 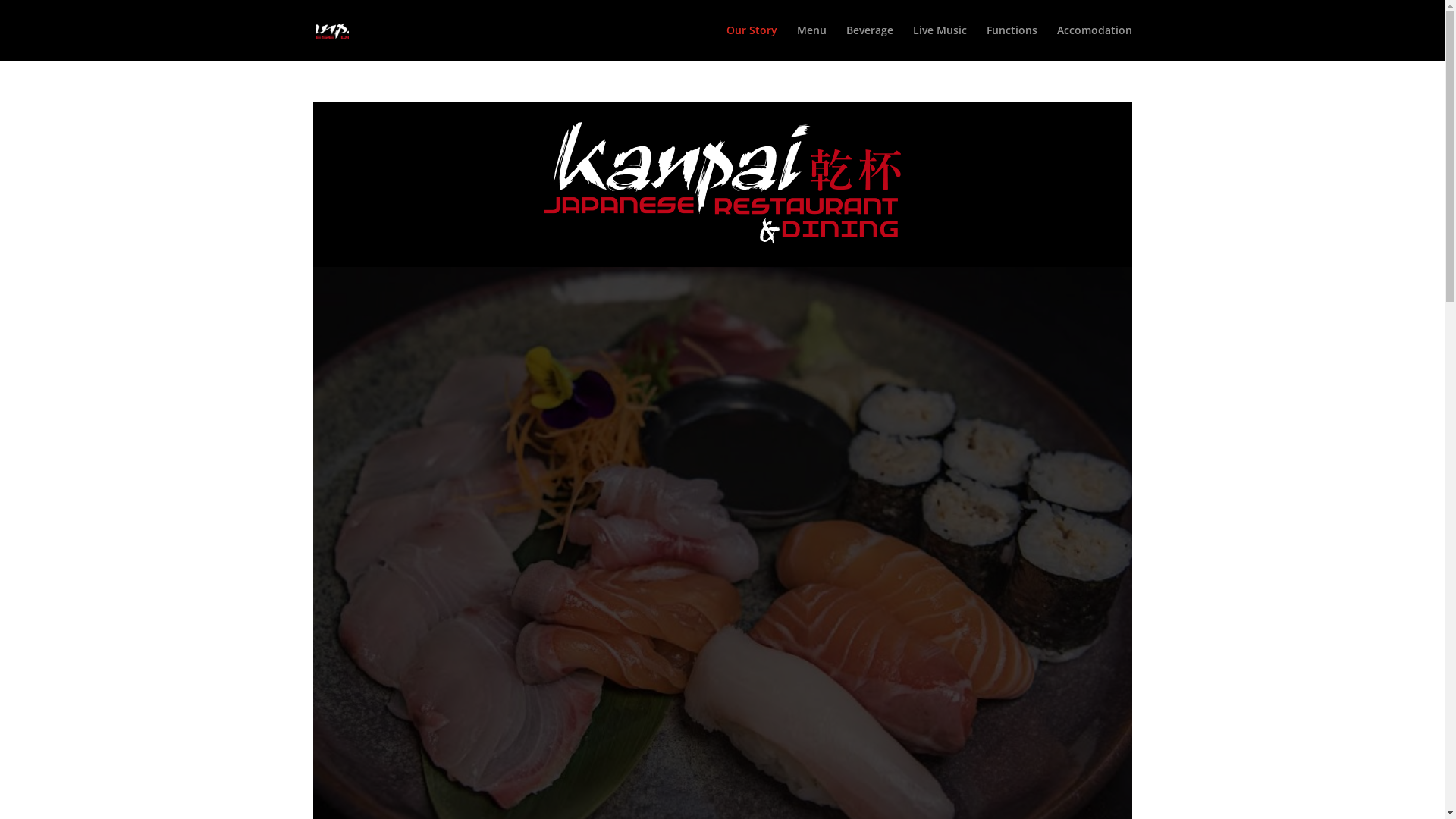 I want to click on 'Beverage', so click(x=846, y=42).